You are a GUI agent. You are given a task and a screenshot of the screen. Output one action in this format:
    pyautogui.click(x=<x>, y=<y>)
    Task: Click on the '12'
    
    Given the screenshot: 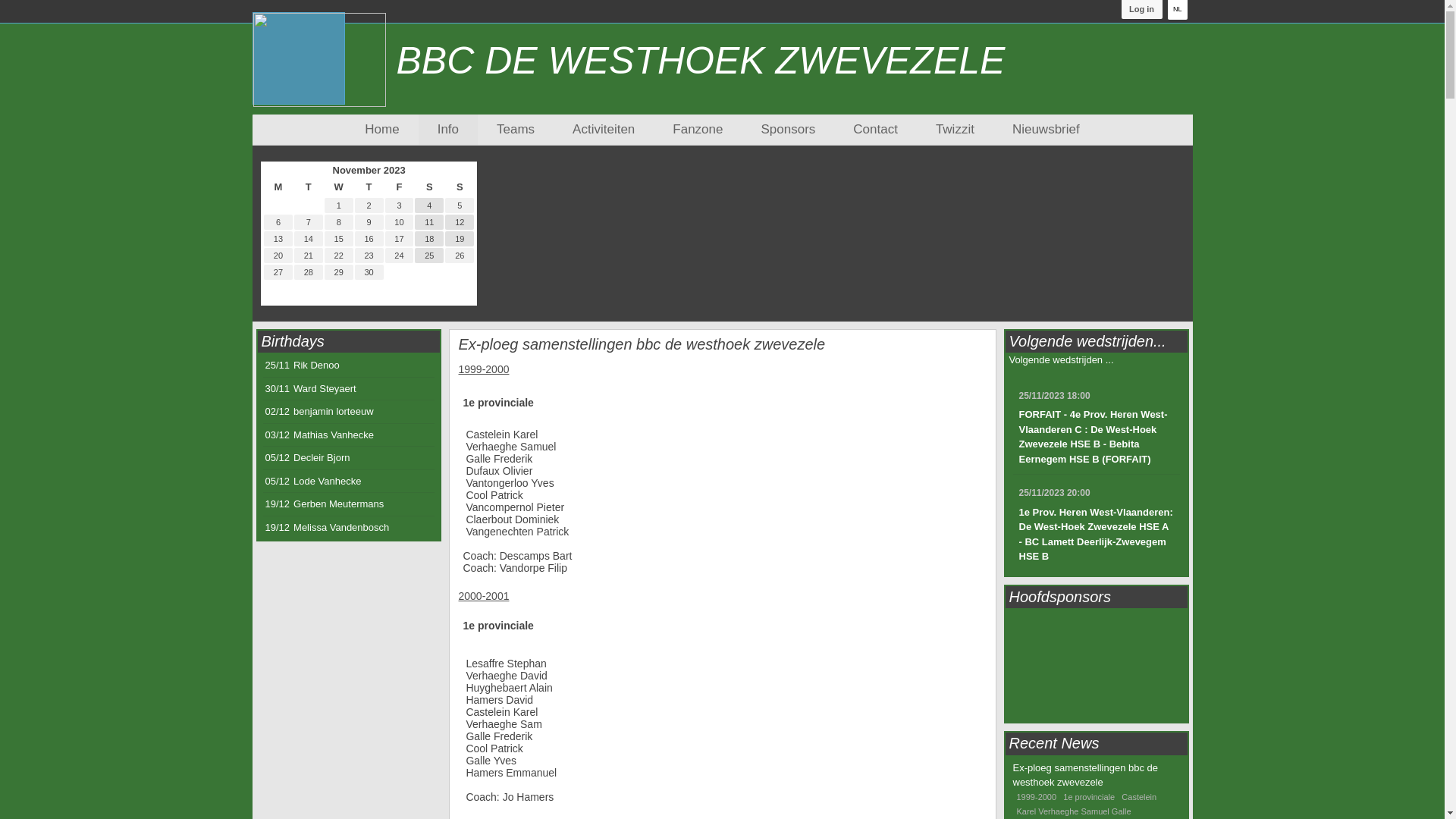 What is the action you would take?
    pyautogui.click(x=458, y=222)
    